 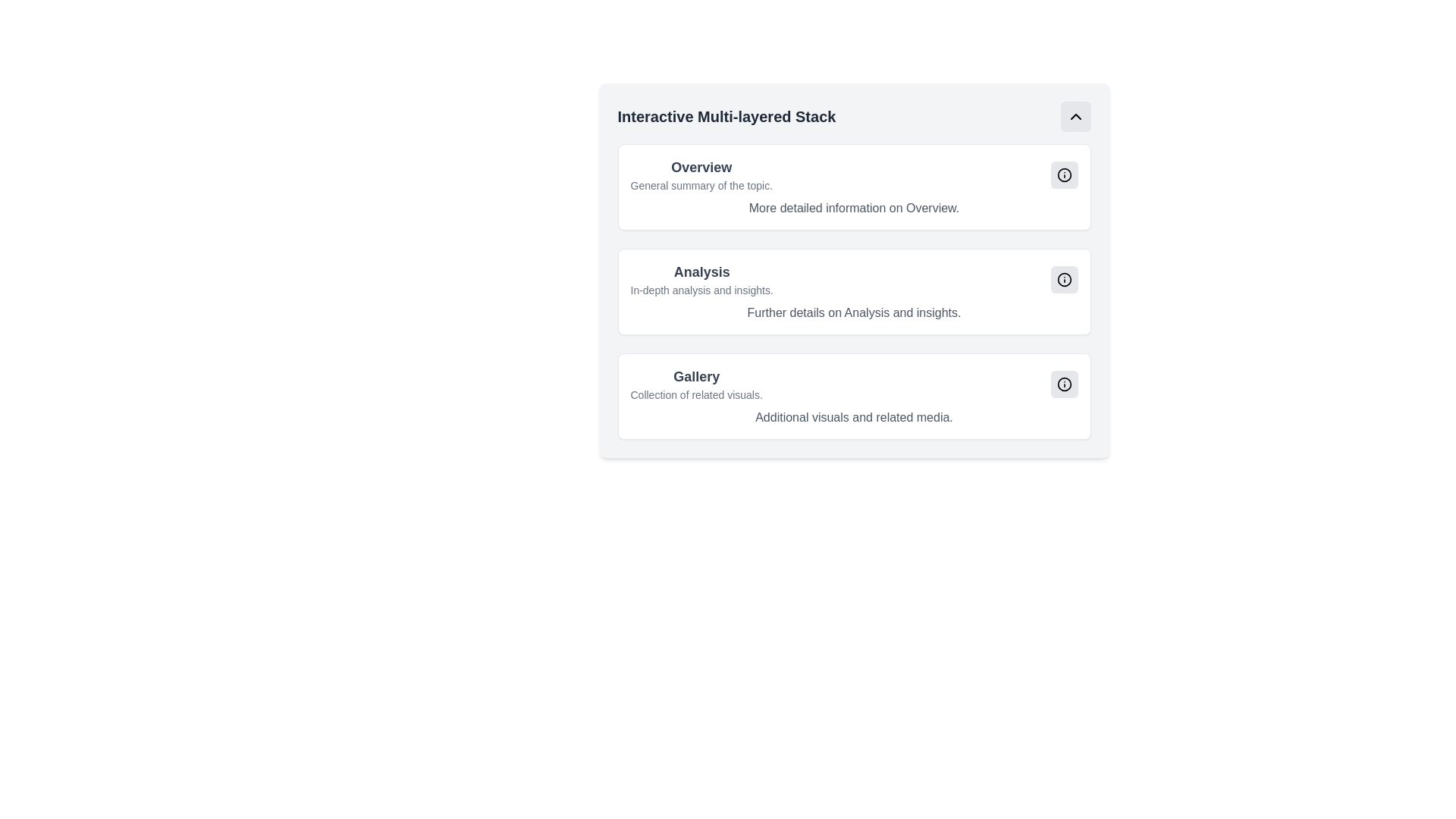 I want to click on the circular graphical component with a black border that is part of the stylized icon in the 'Gallery' section at the bottom of the list, so click(x=1063, y=383).